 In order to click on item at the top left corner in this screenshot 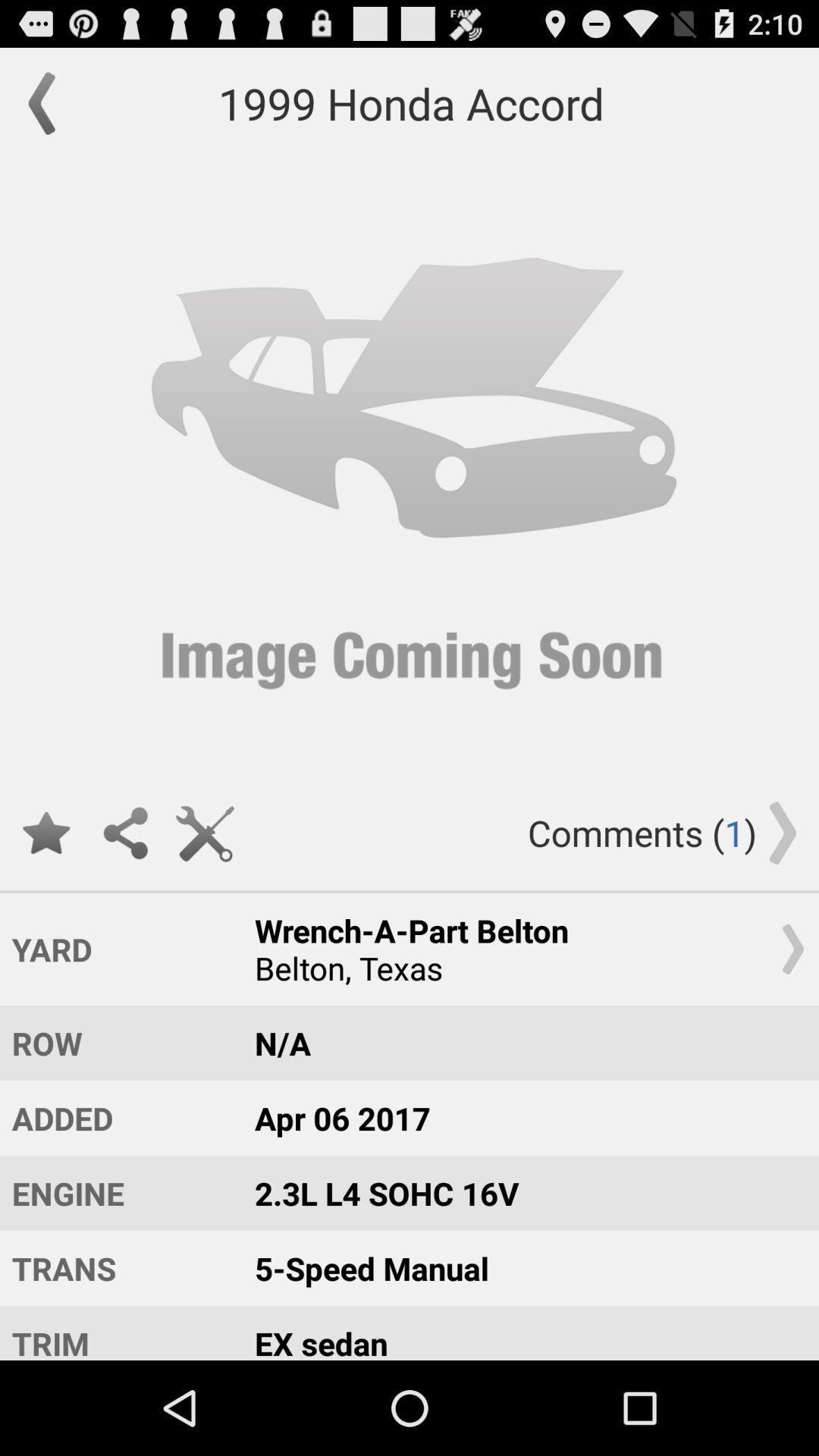, I will do `click(49, 102)`.